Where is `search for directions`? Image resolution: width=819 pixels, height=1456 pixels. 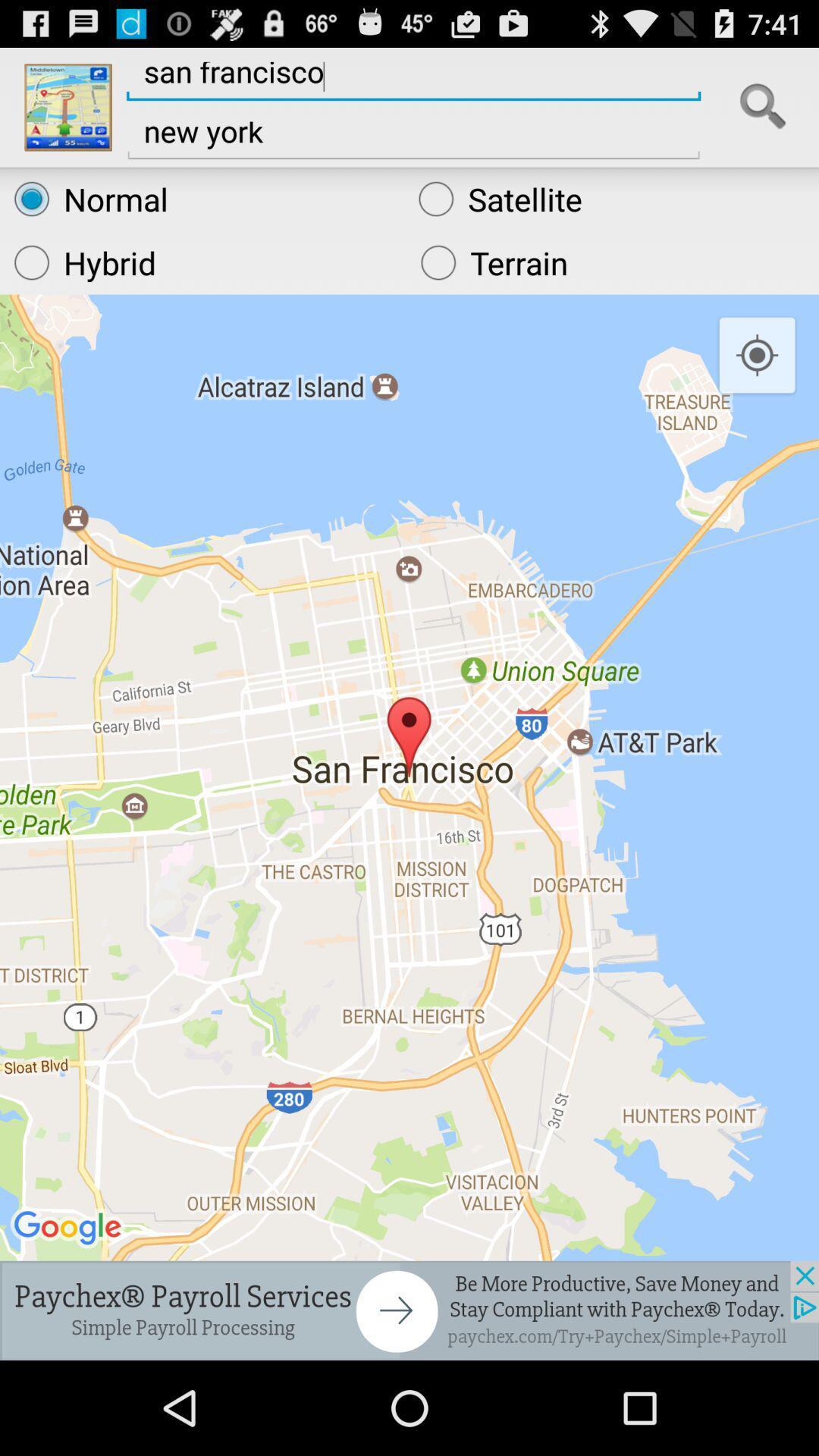
search for directions is located at coordinates (763, 106).